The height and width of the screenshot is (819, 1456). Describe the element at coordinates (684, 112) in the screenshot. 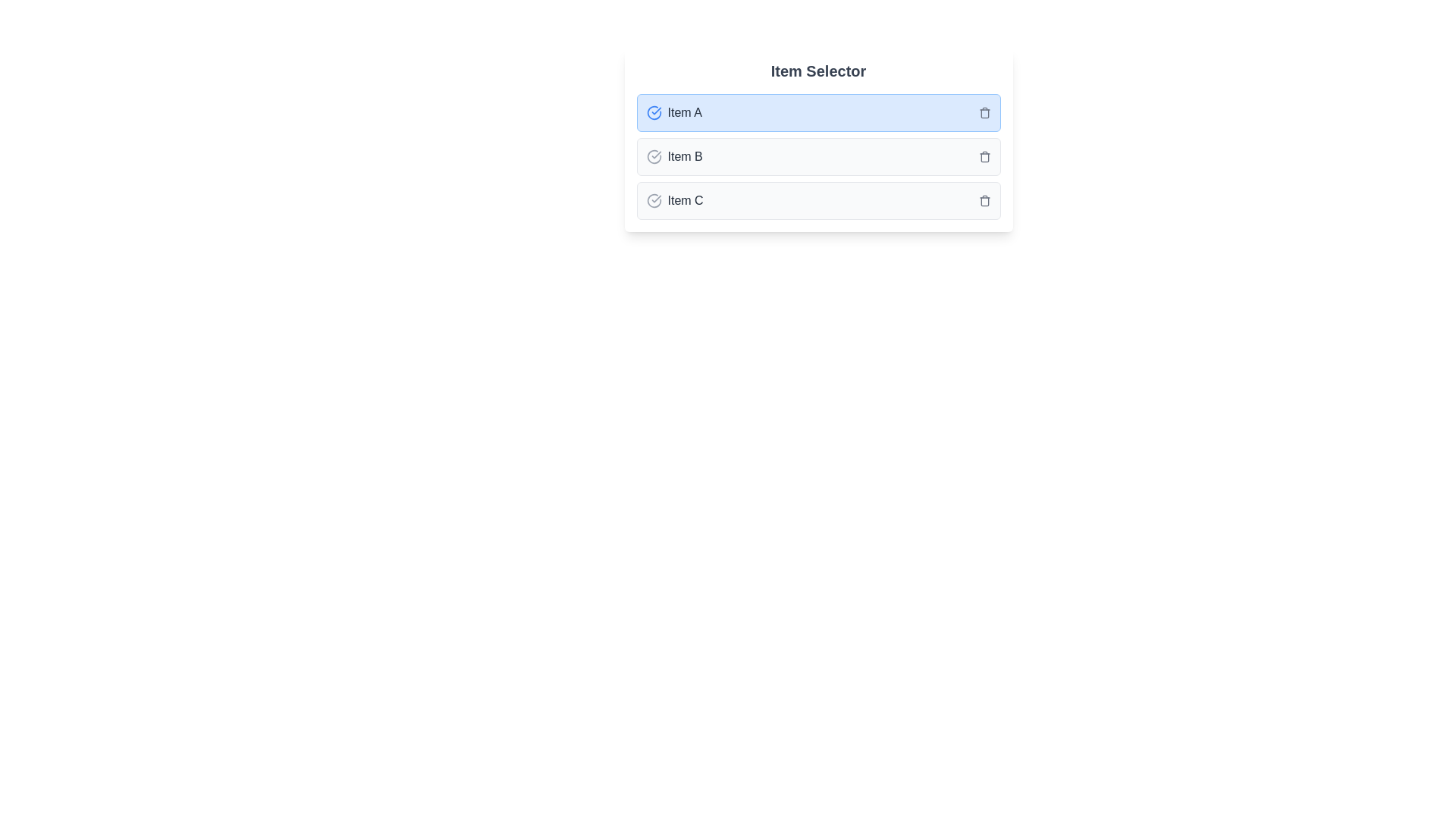

I see `the text label displaying 'Item A' located in the first row of a vertical list with a blue background, adjacent to a check icon` at that location.